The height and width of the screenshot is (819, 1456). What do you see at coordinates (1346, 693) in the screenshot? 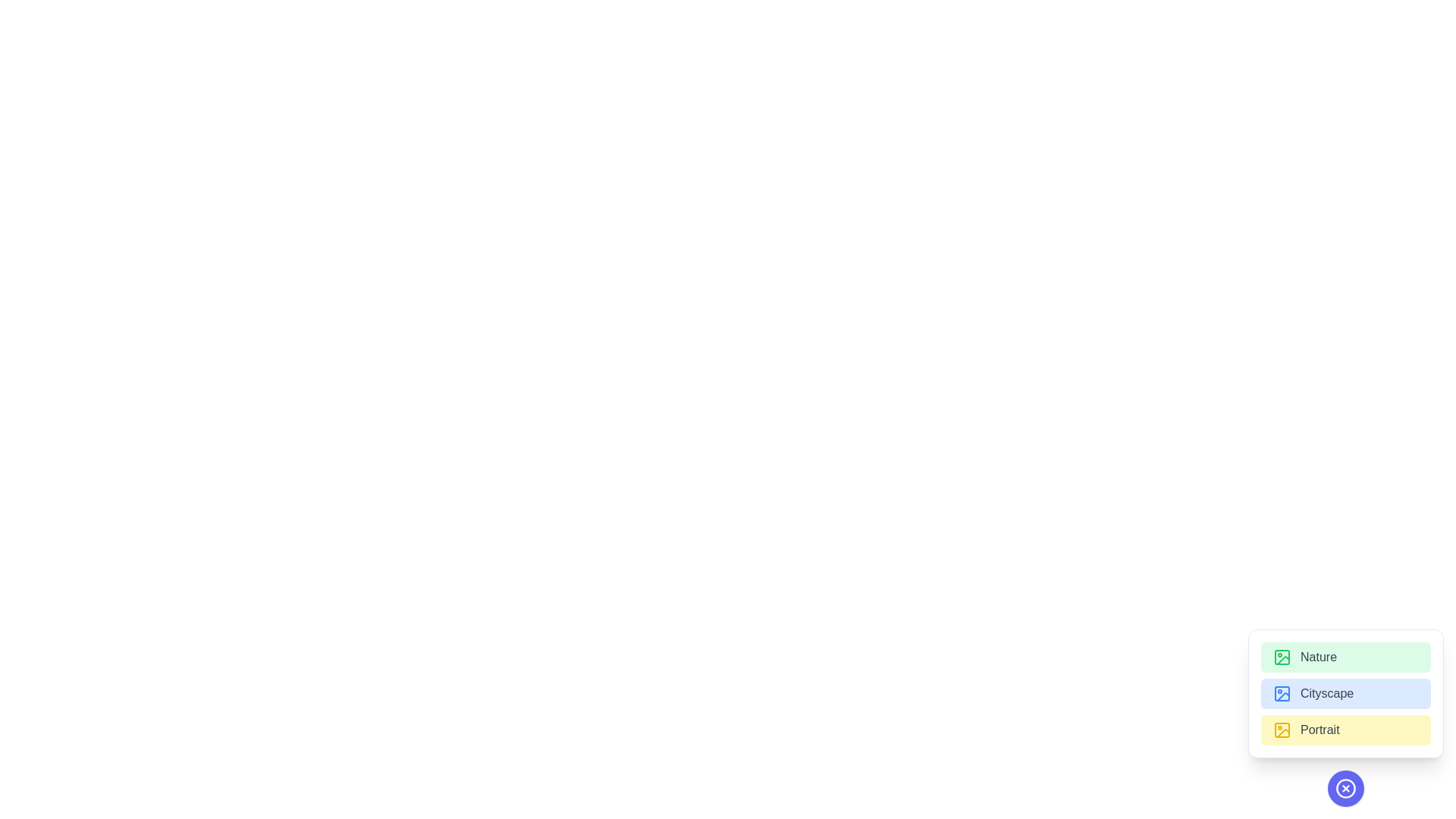
I see `the Cityscape button to select it` at bounding box center [1346, 693].